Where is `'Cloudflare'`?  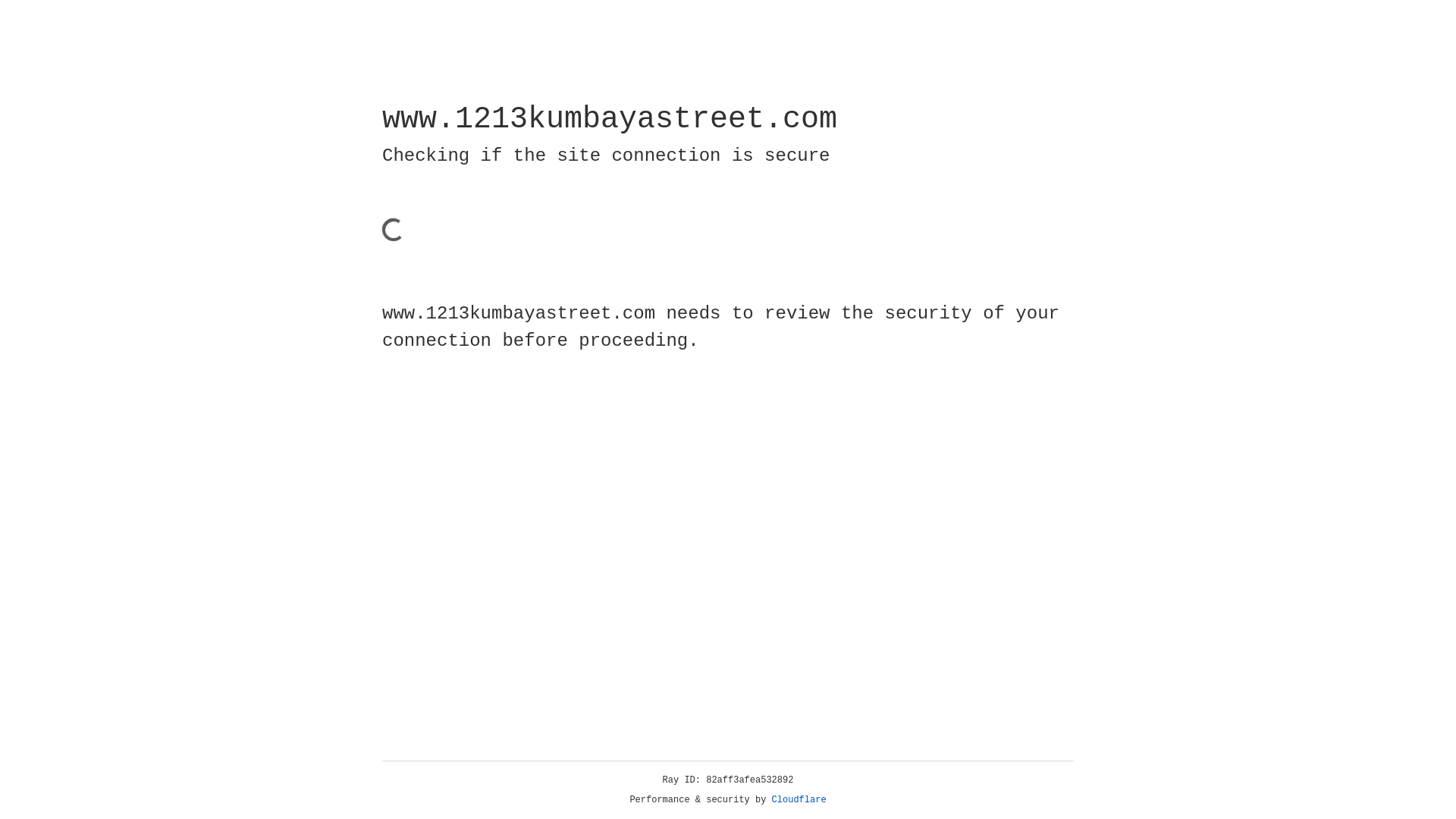
'Cloudflare' is located at coordinates (799, 799).